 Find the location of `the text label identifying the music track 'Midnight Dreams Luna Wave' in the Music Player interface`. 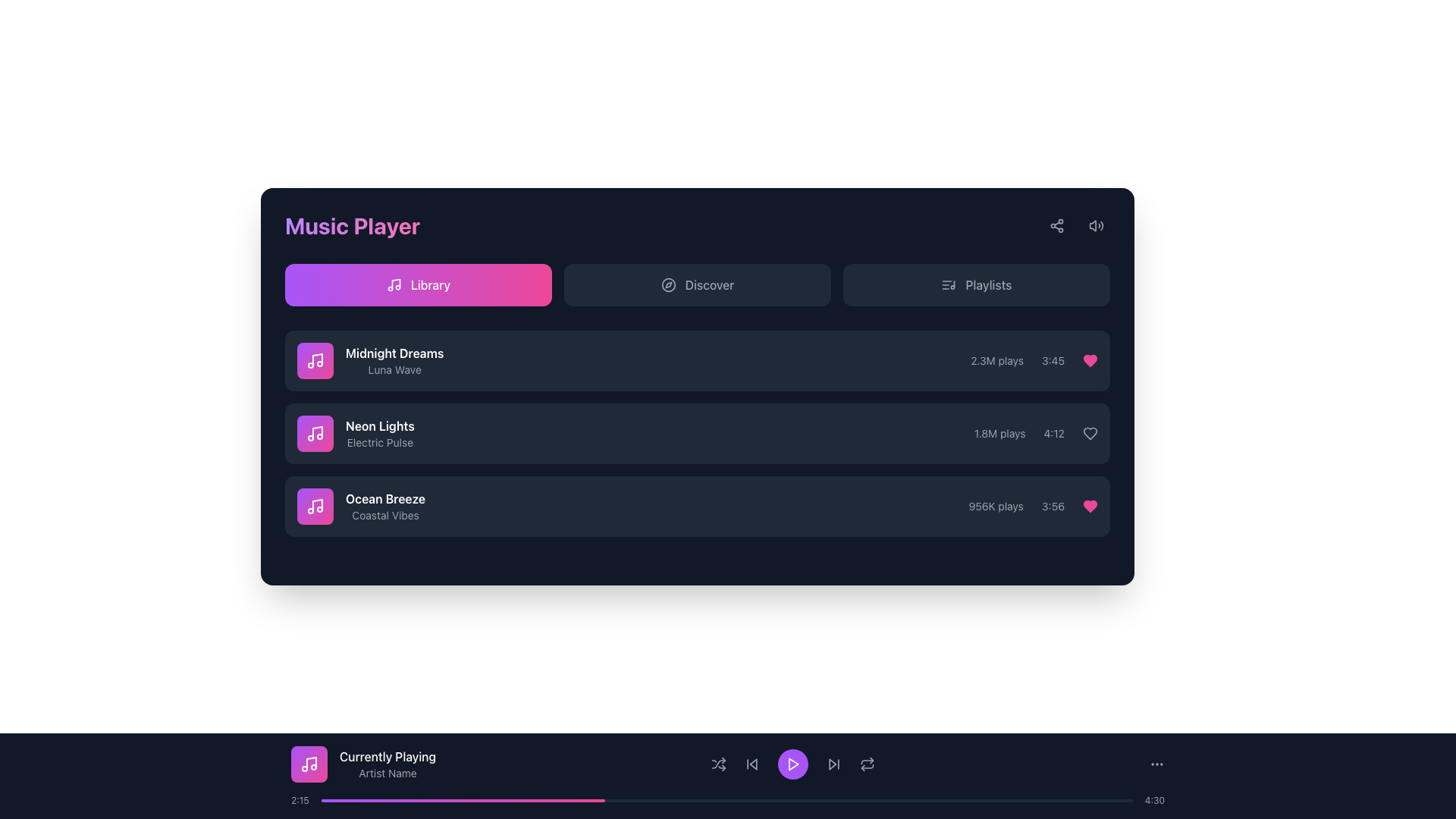

the text label identifying the music track 'Midnight Dreams Luna Wave' in the Music Player interface is located at coordinates (394, 353).